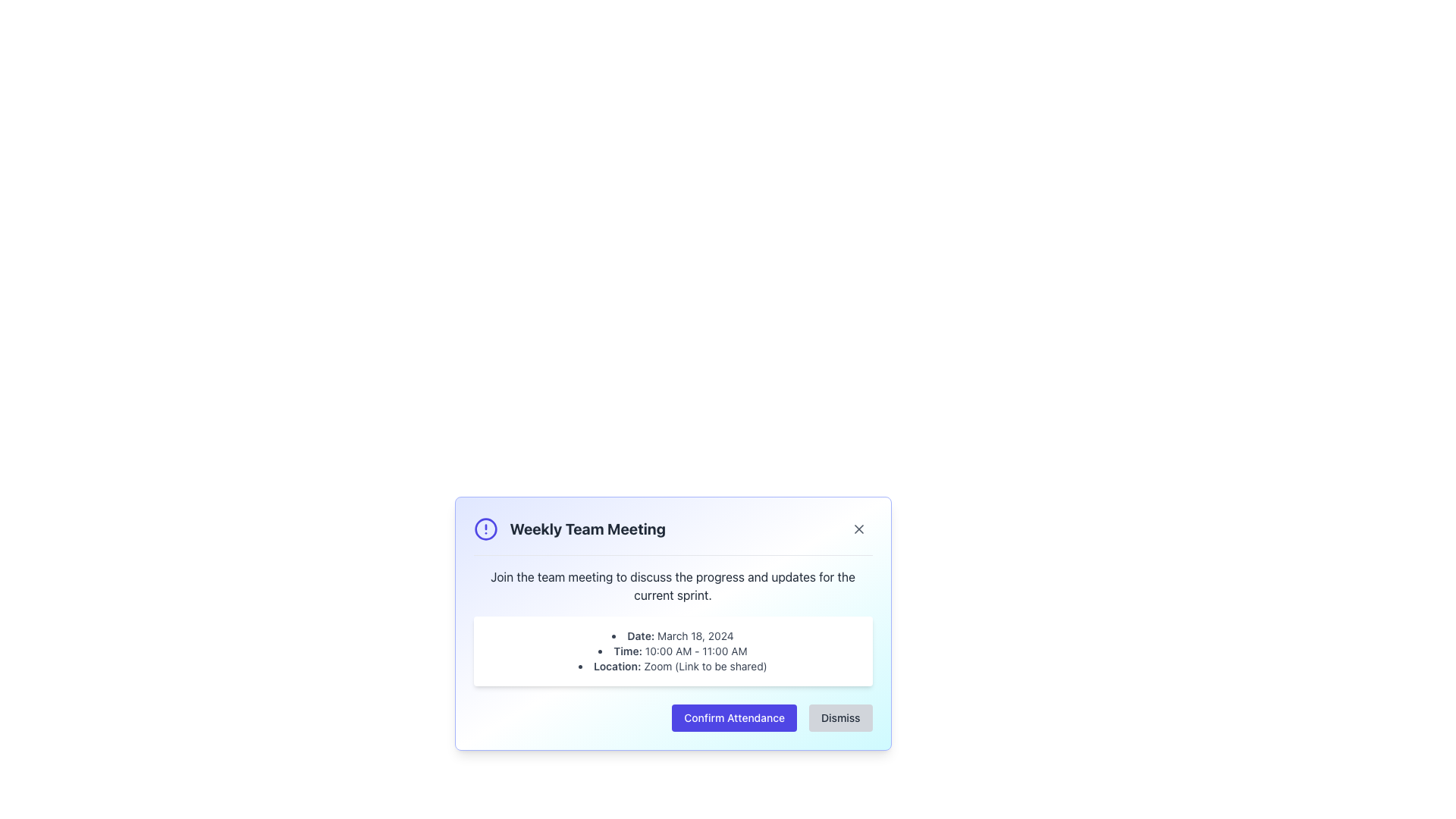  What do you see at coordinates (672, 626) in the screenshot?
I see `the informational text block that contains meeting details, located below the 'Weekly Team Meeting' header and above the 'Confirm Attendance' and 'Dismiss' buttons` at bounding box center [672, 626].